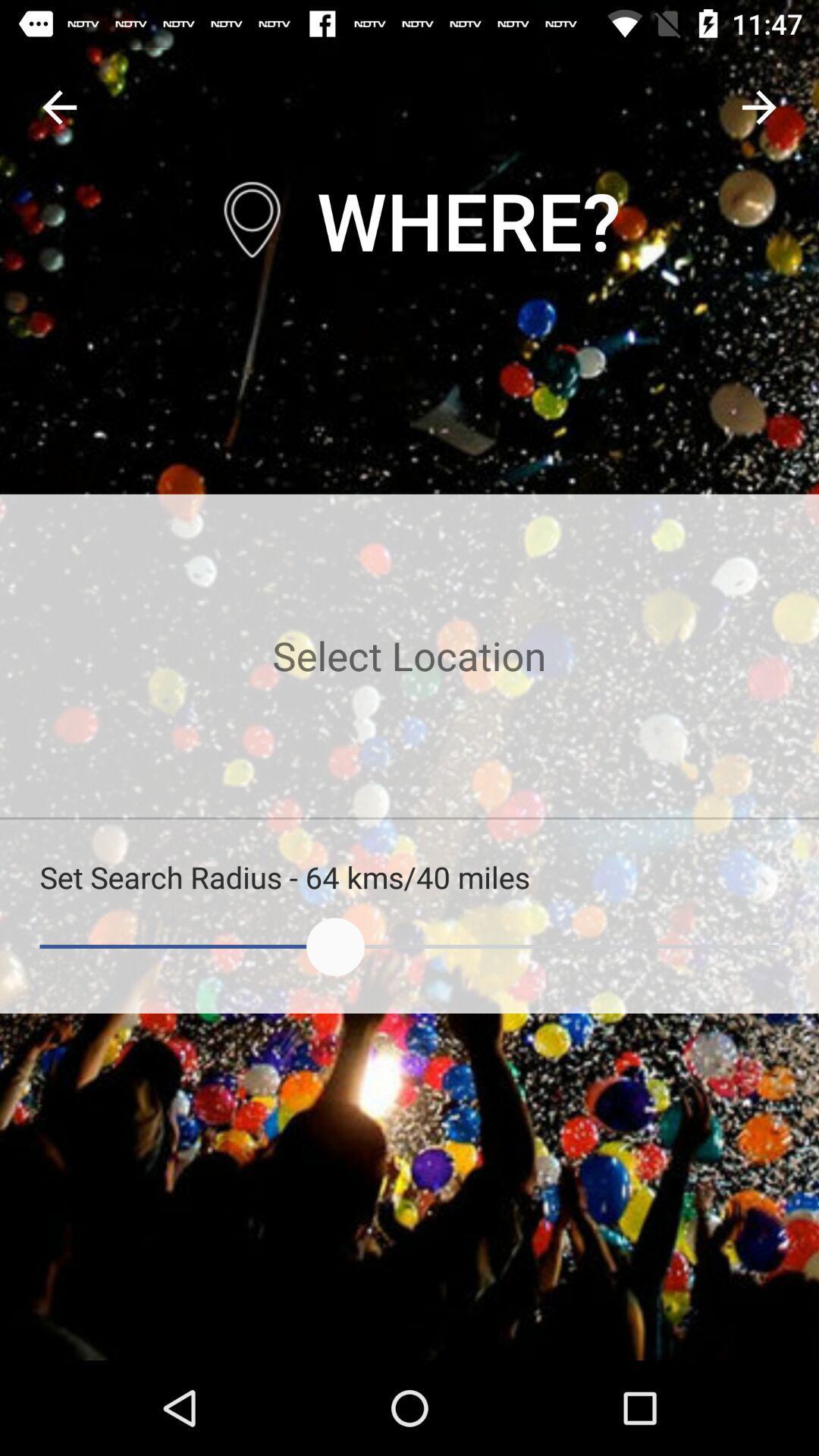 The width and height of the screenshot is (819, 1456). What do you see at coordinates (759, 106) in the screenshot?
I see `go forward` at bounding box center [759, 106].